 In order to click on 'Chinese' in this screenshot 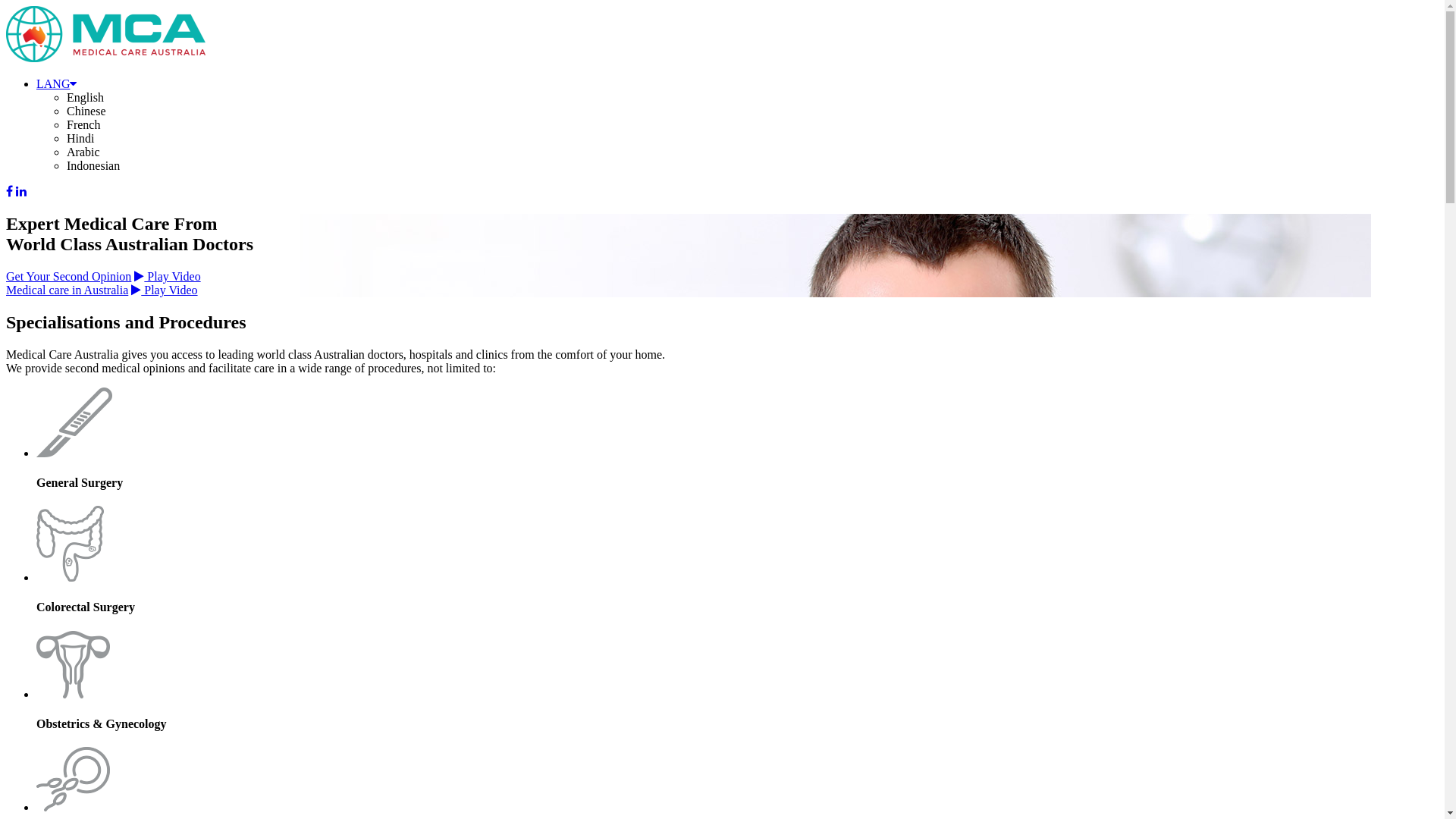, I will do `click(86, 110)`.